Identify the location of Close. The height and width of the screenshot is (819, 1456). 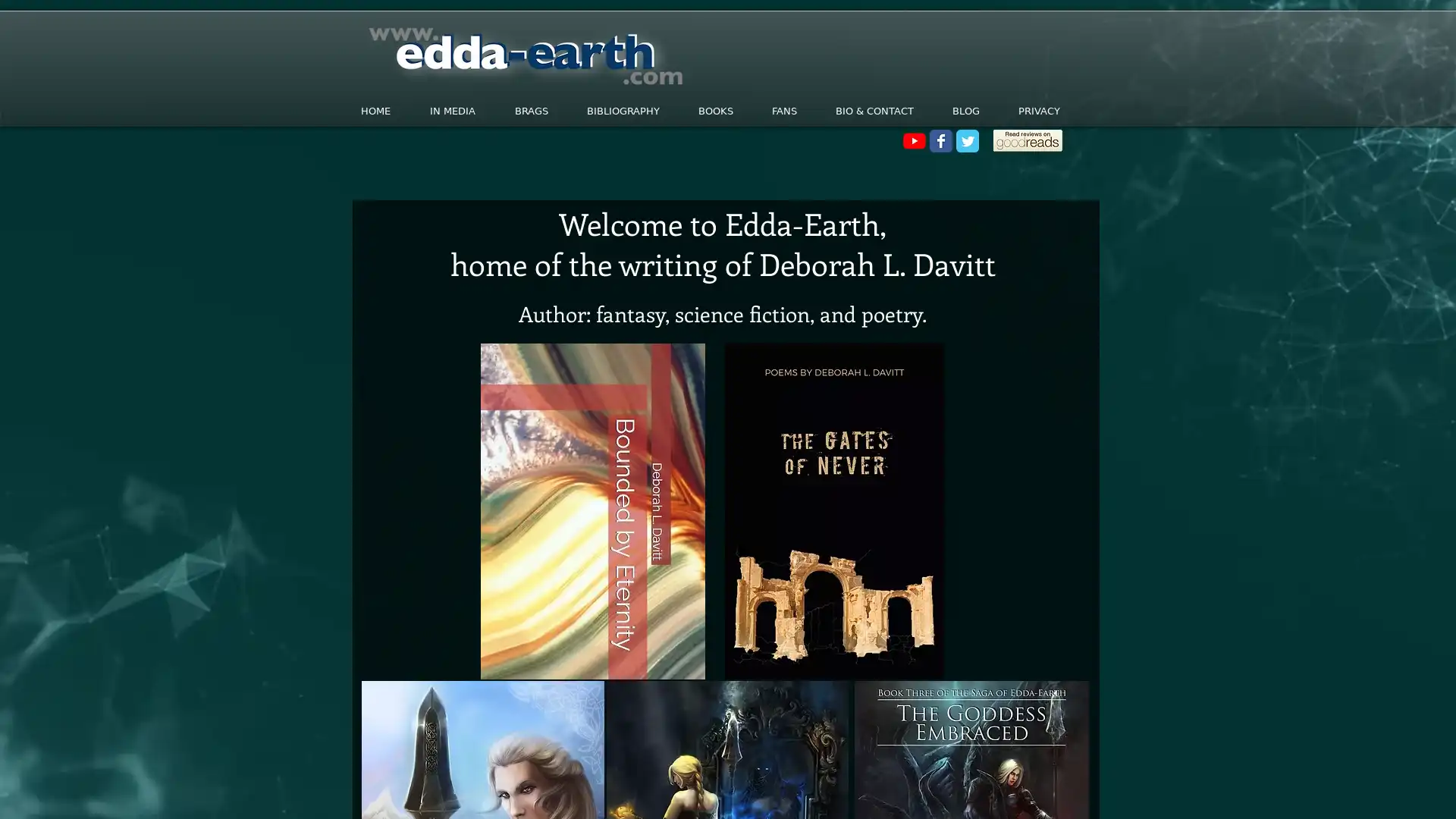
(1437, 792).